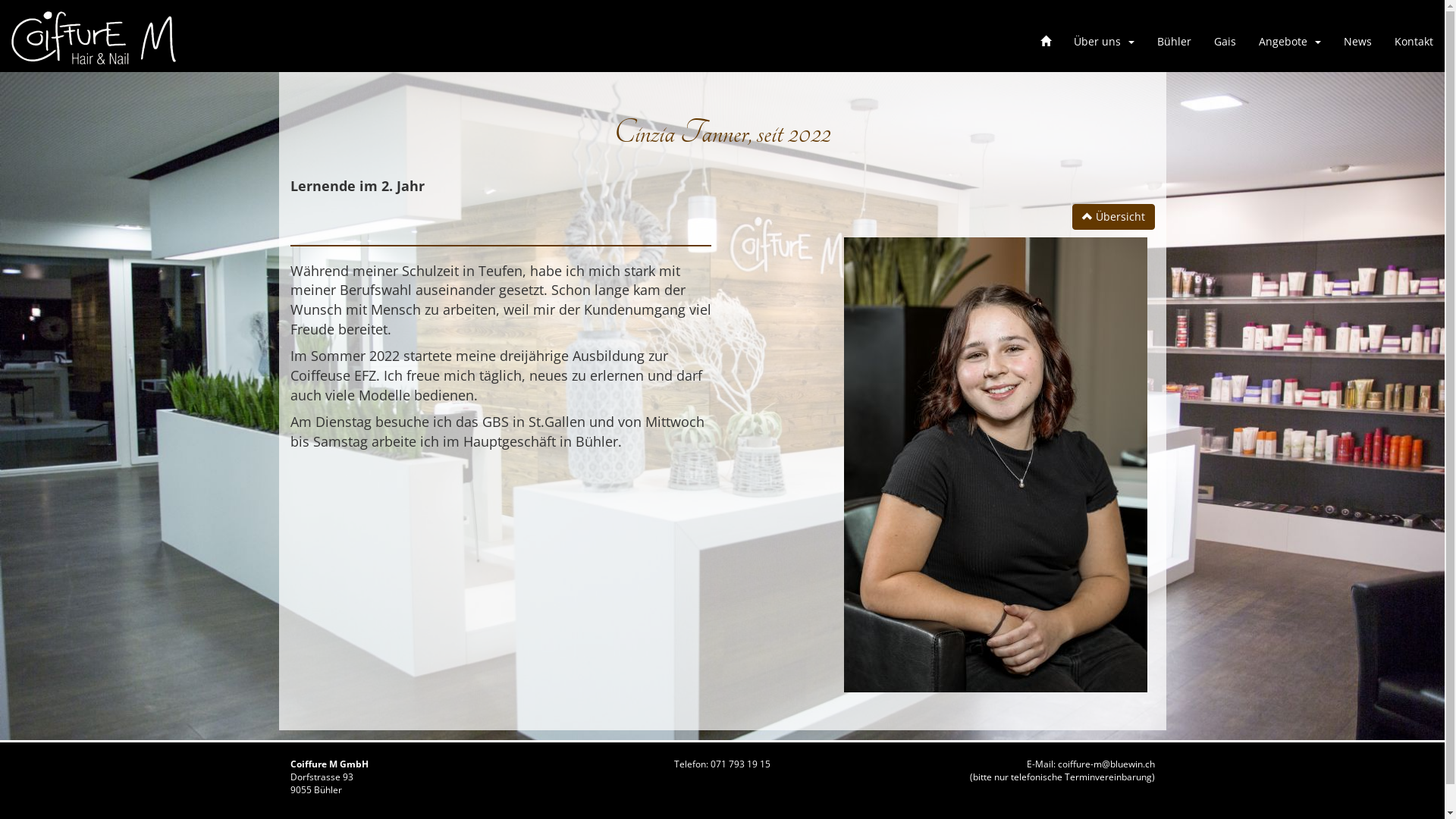 This screenshot has height=819, width=1456. What do you see at coordinates (1225, 40) in the screenshot?
I see `'Gais'` at bounding box center [1225, 40].